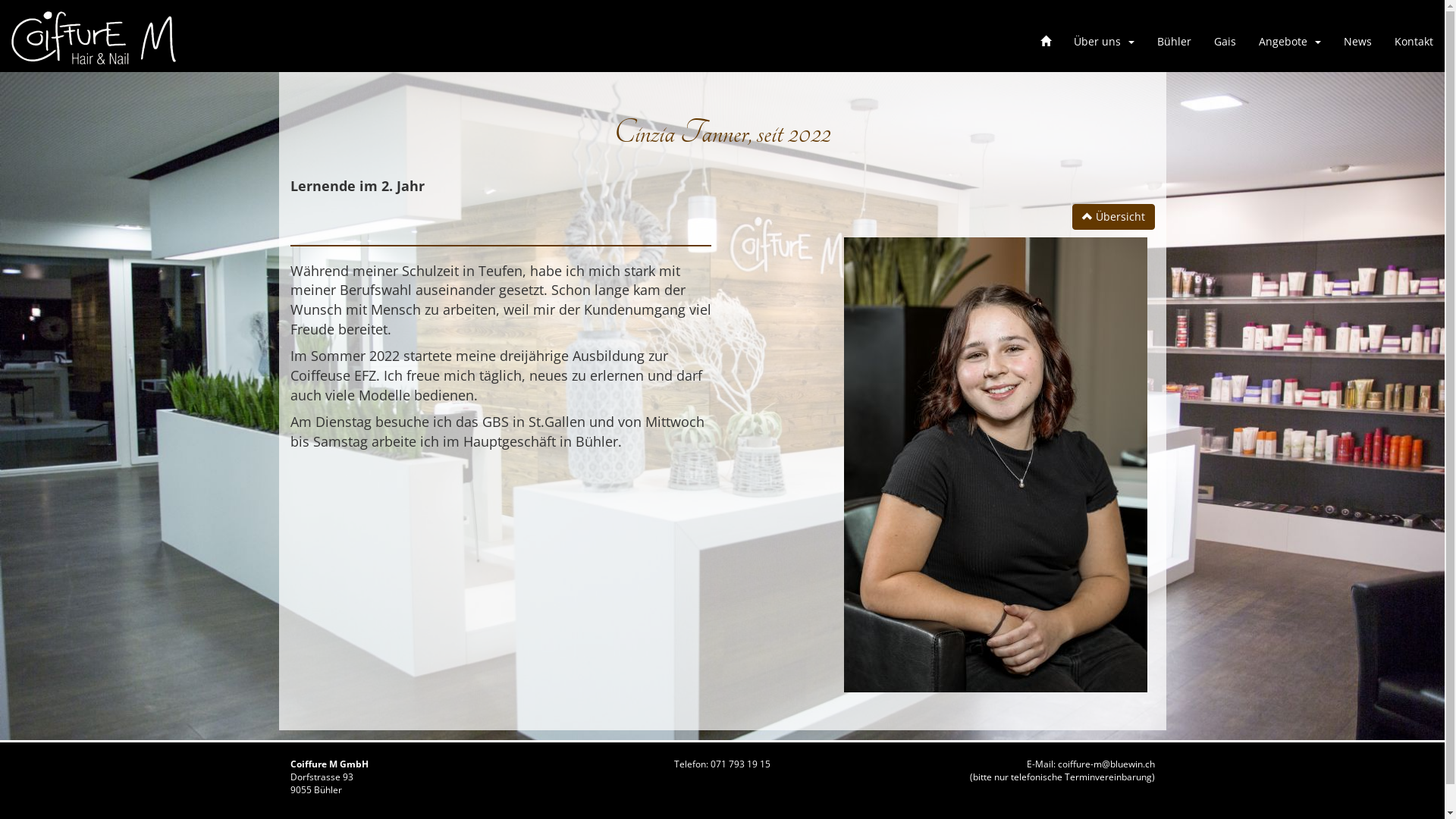 This screenshot has height=819, width=1456. What do you see at coordinates (1225, 40) in the screenshot?
I see `'Gais'` at bounding box center [1225, 40].